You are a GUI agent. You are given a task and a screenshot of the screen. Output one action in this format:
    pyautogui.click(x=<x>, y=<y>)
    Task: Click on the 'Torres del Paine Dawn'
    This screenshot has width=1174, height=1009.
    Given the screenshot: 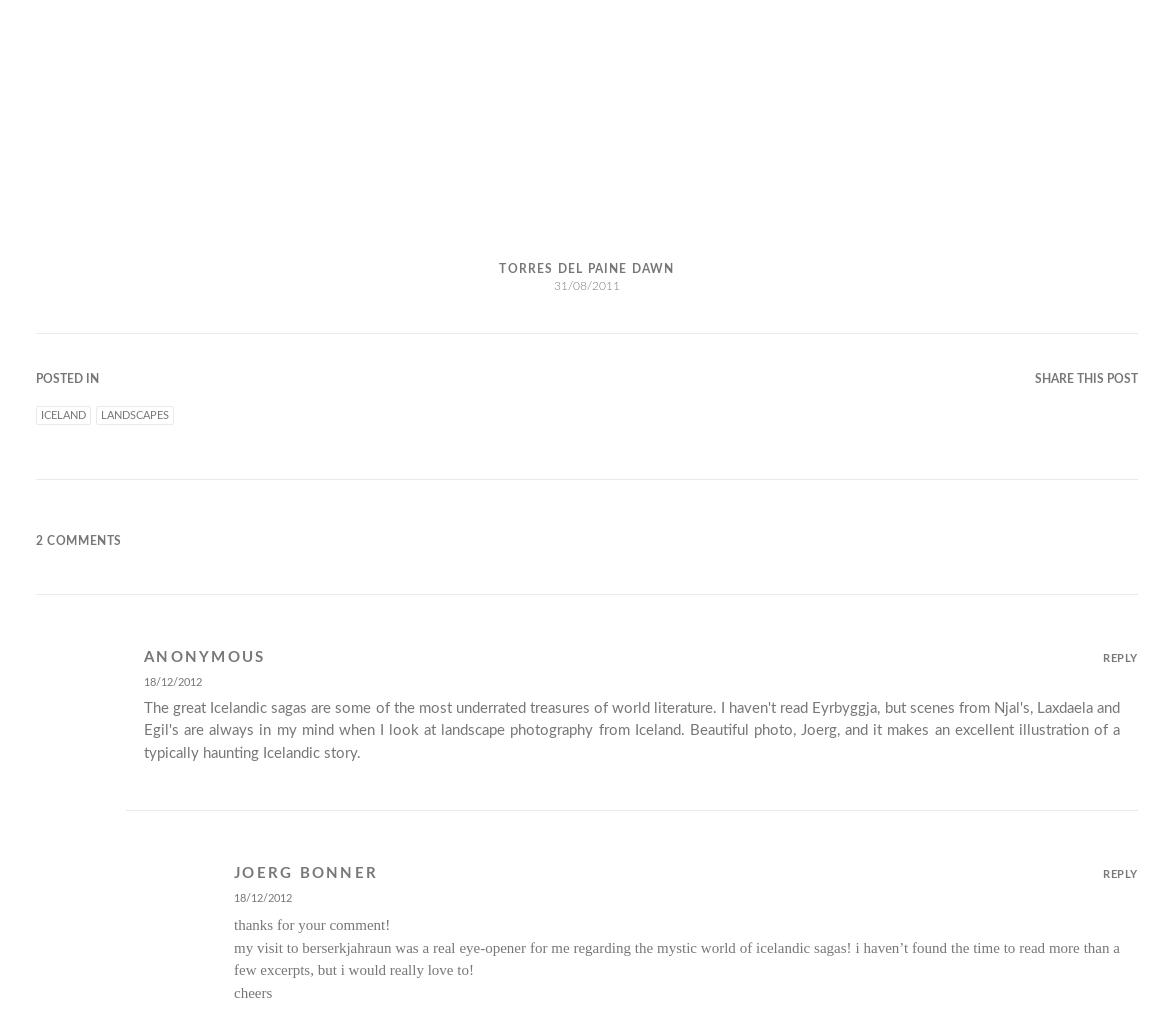 What is the action you would take?
    pyautogui.click(x=585, y=266)
    